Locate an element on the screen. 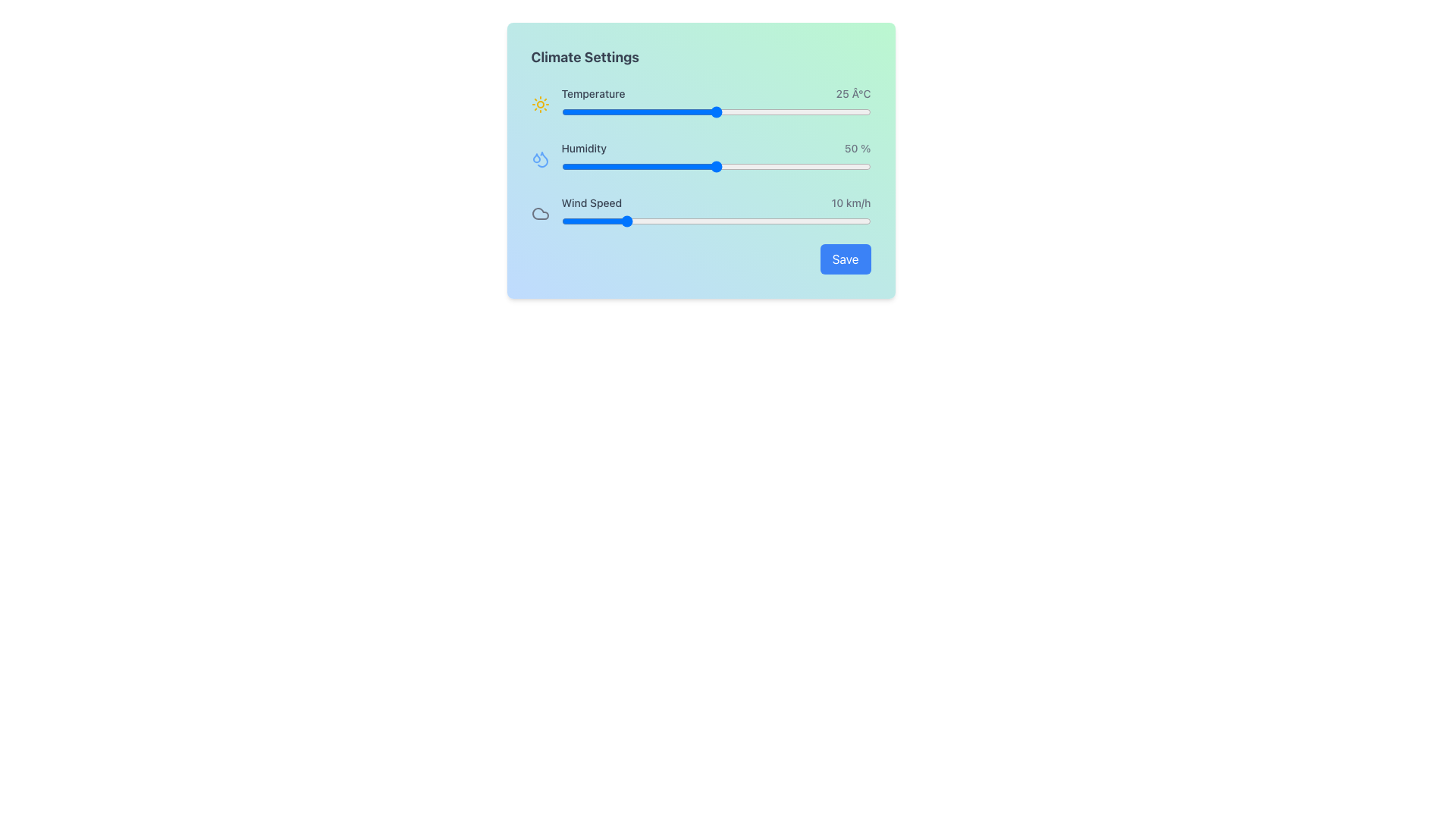  the slider is located at coordinates (808, 111).